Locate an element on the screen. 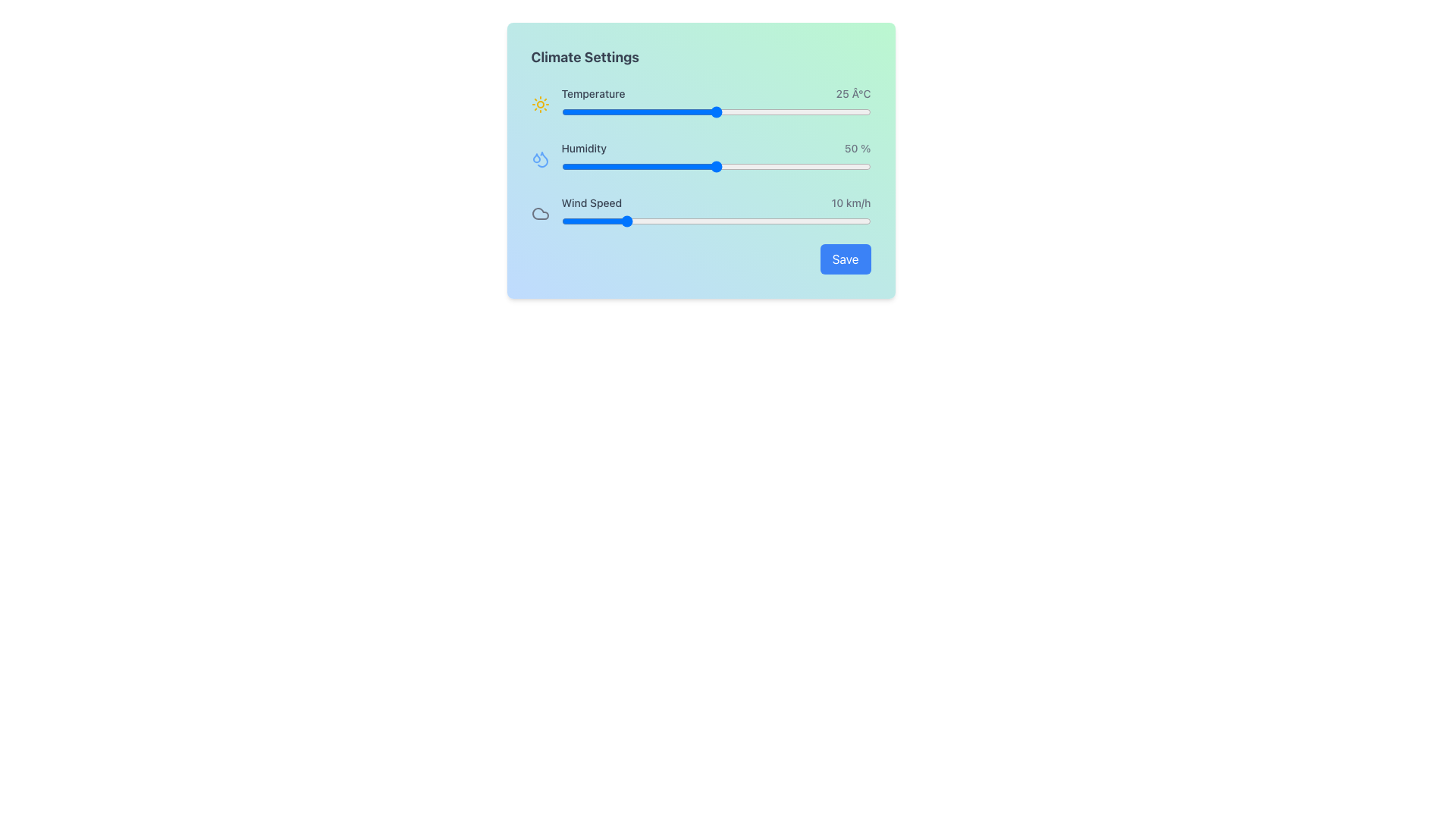  the slider is located at coordinates (808, 111).